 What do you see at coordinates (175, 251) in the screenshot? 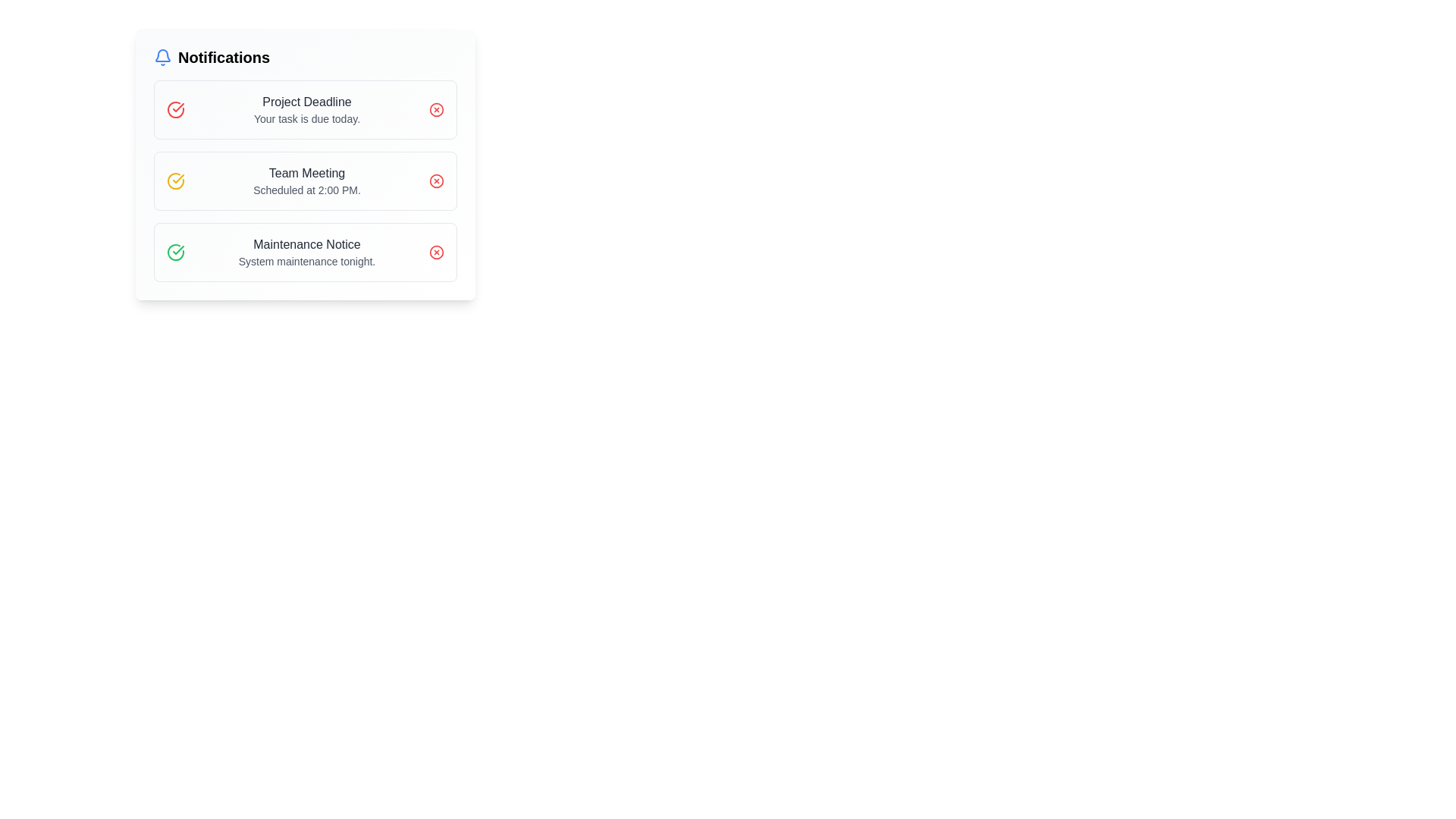
I see `the green circular confirmation icon with a checkmark motif located to the left of the 'Maintenance Notice' text in the 'Notifications' section` at bounding box center [175, 251].